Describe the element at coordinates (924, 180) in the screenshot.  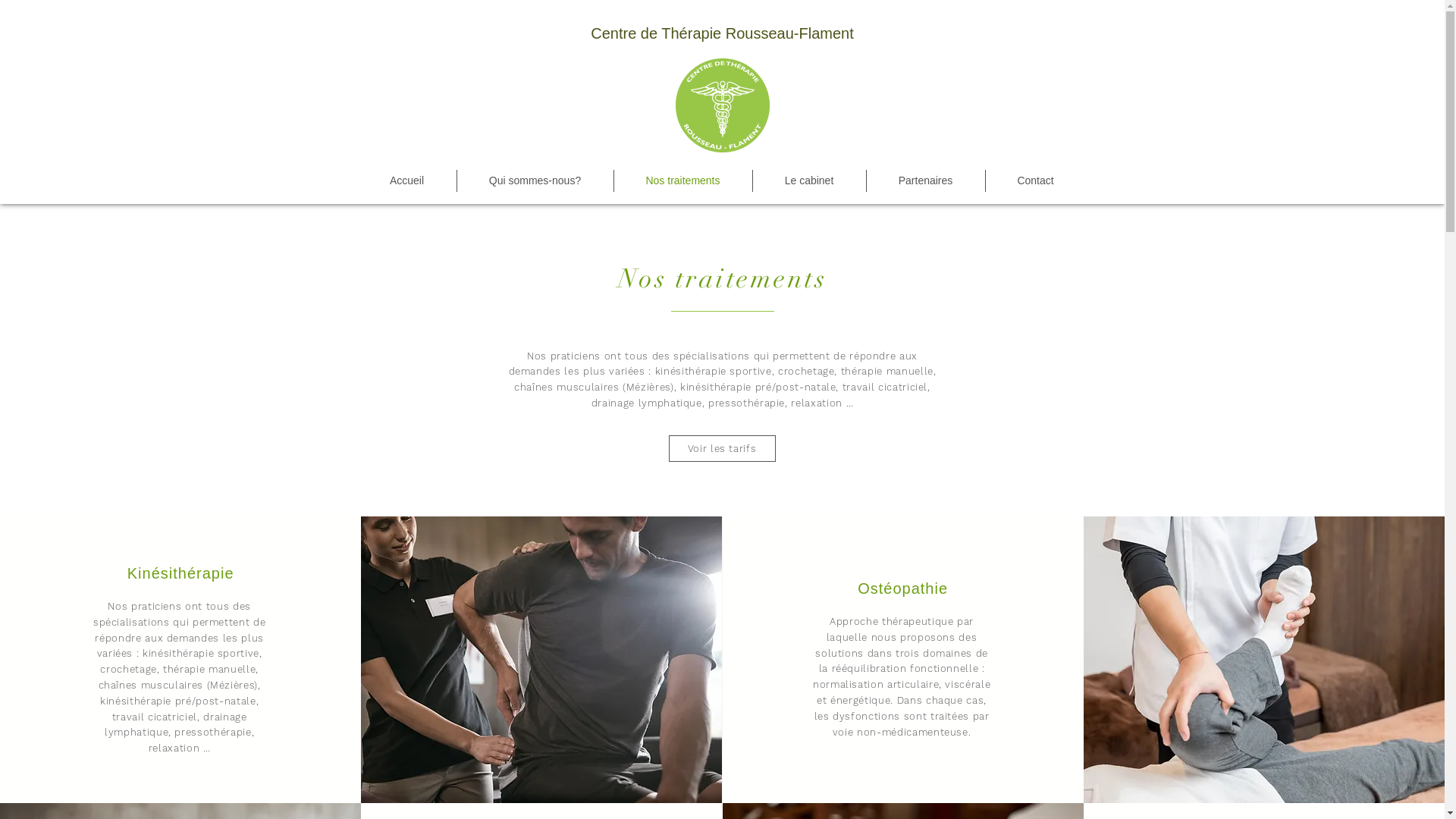
I see `'Partenaires'` at that location.